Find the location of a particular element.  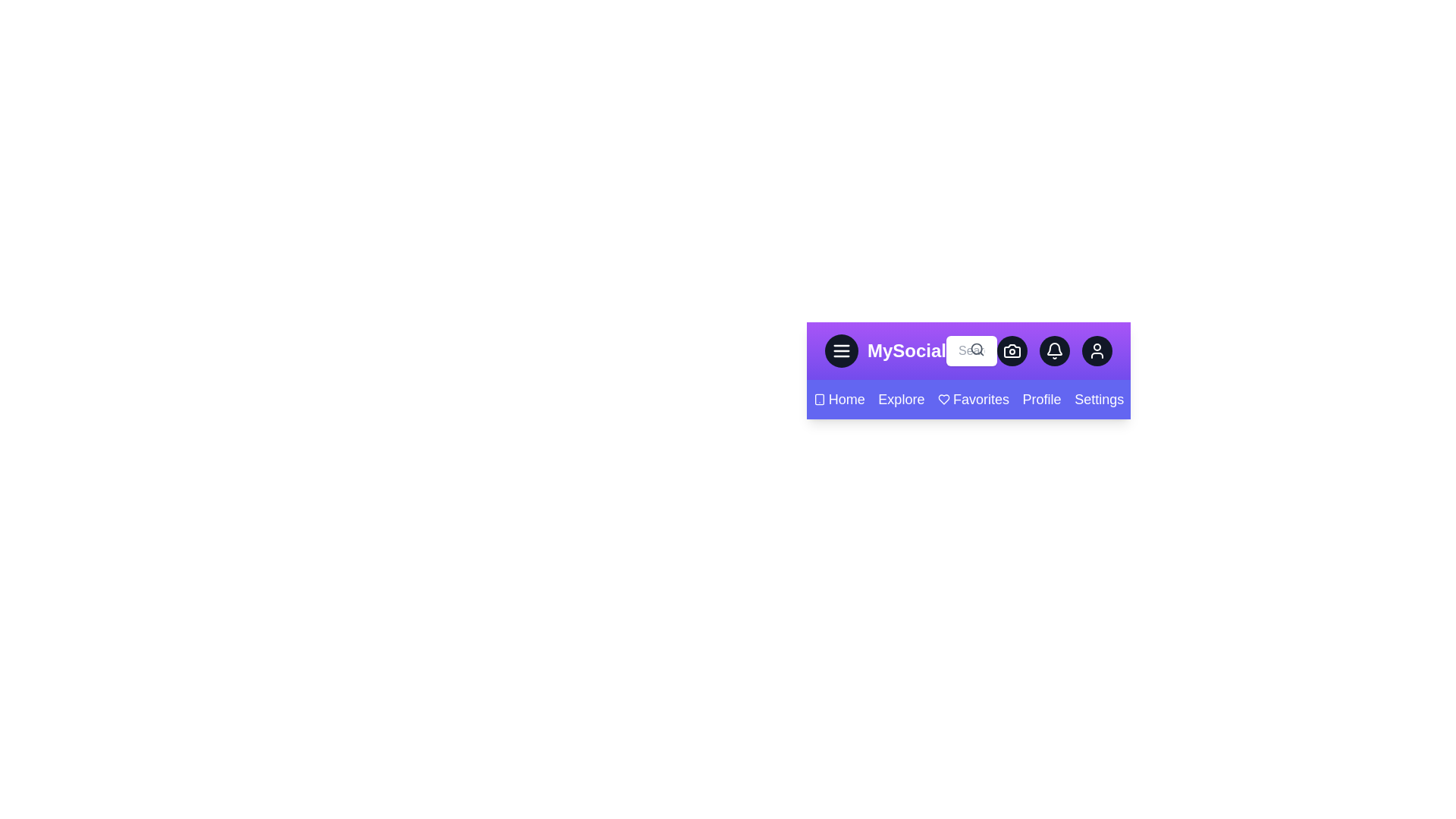

the Explore navigation link to navigate to its respective section is located at coordinates (901, 399).